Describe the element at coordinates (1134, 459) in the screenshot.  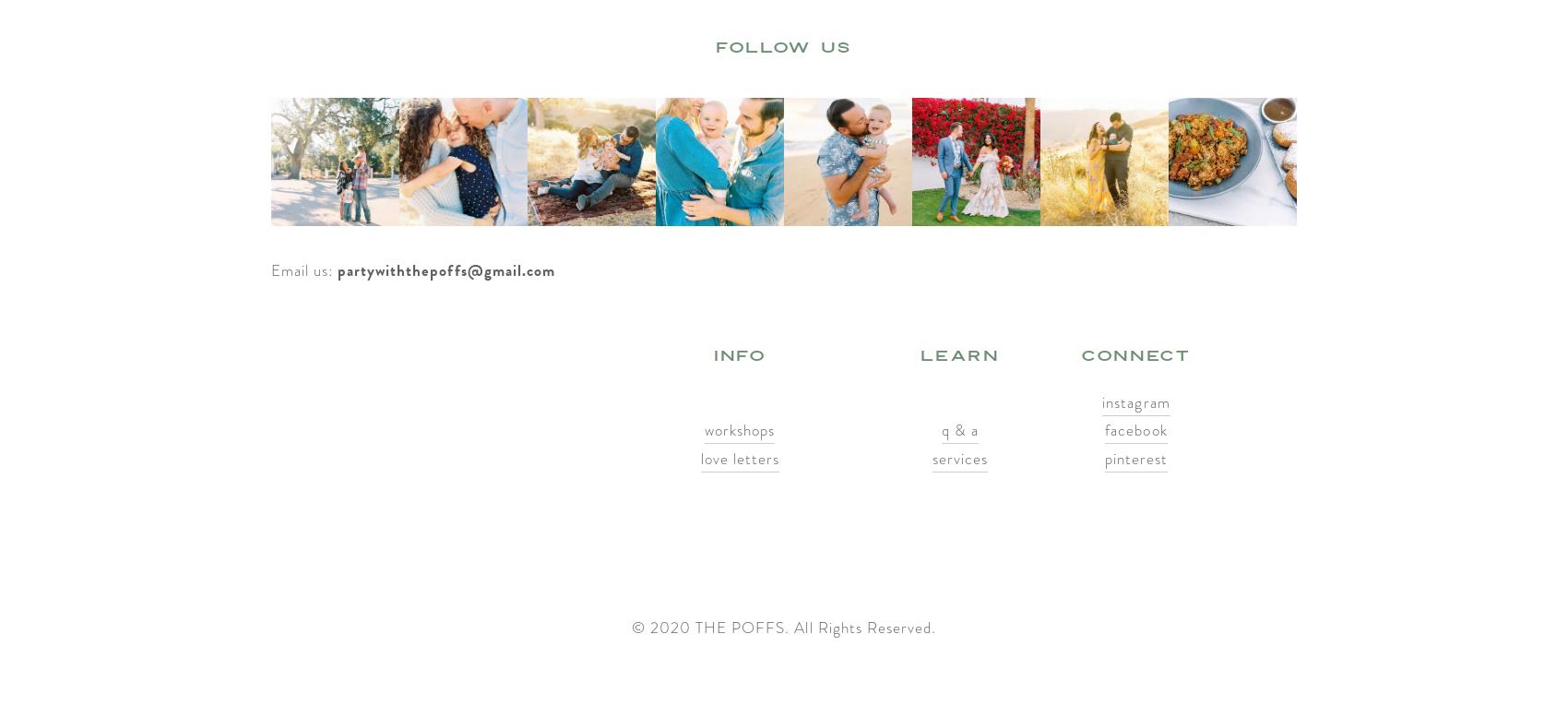
I see `'pinterest'` at that location.